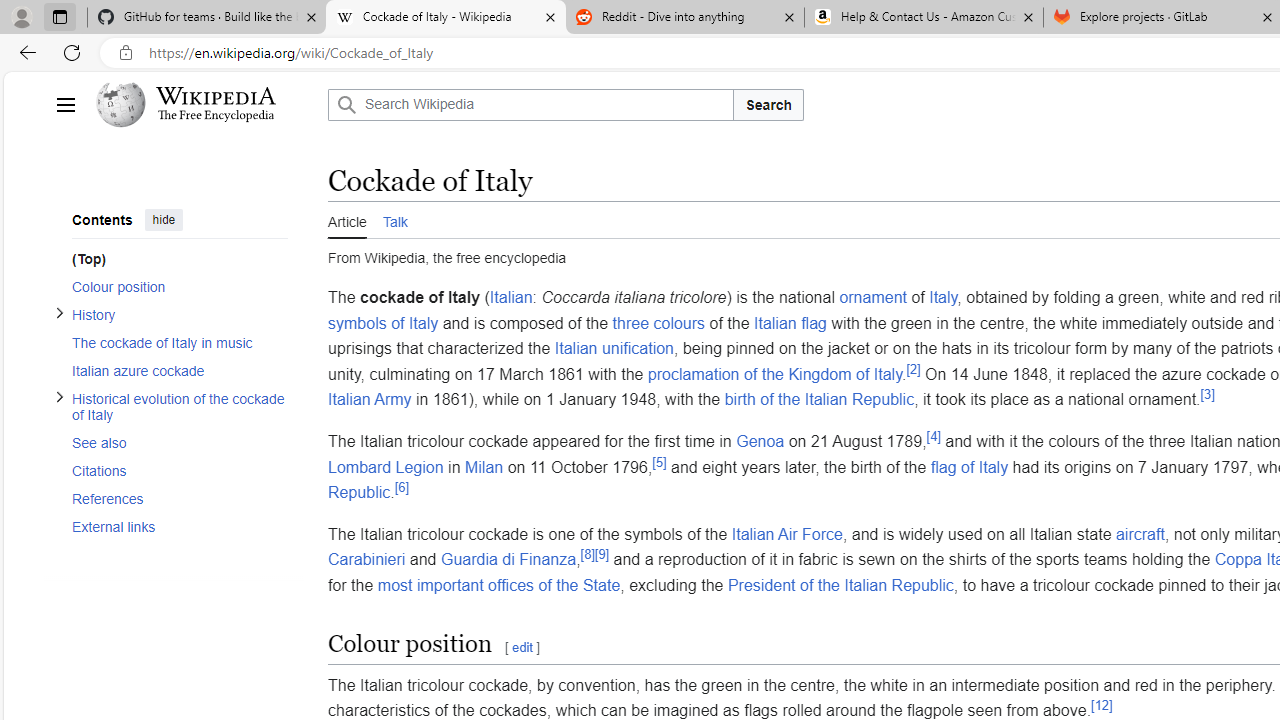  What do you see at coordinates (174, 341) in the screenshot?
I see `'The cockade of Italy in music'` at bounding box center [174, 341].